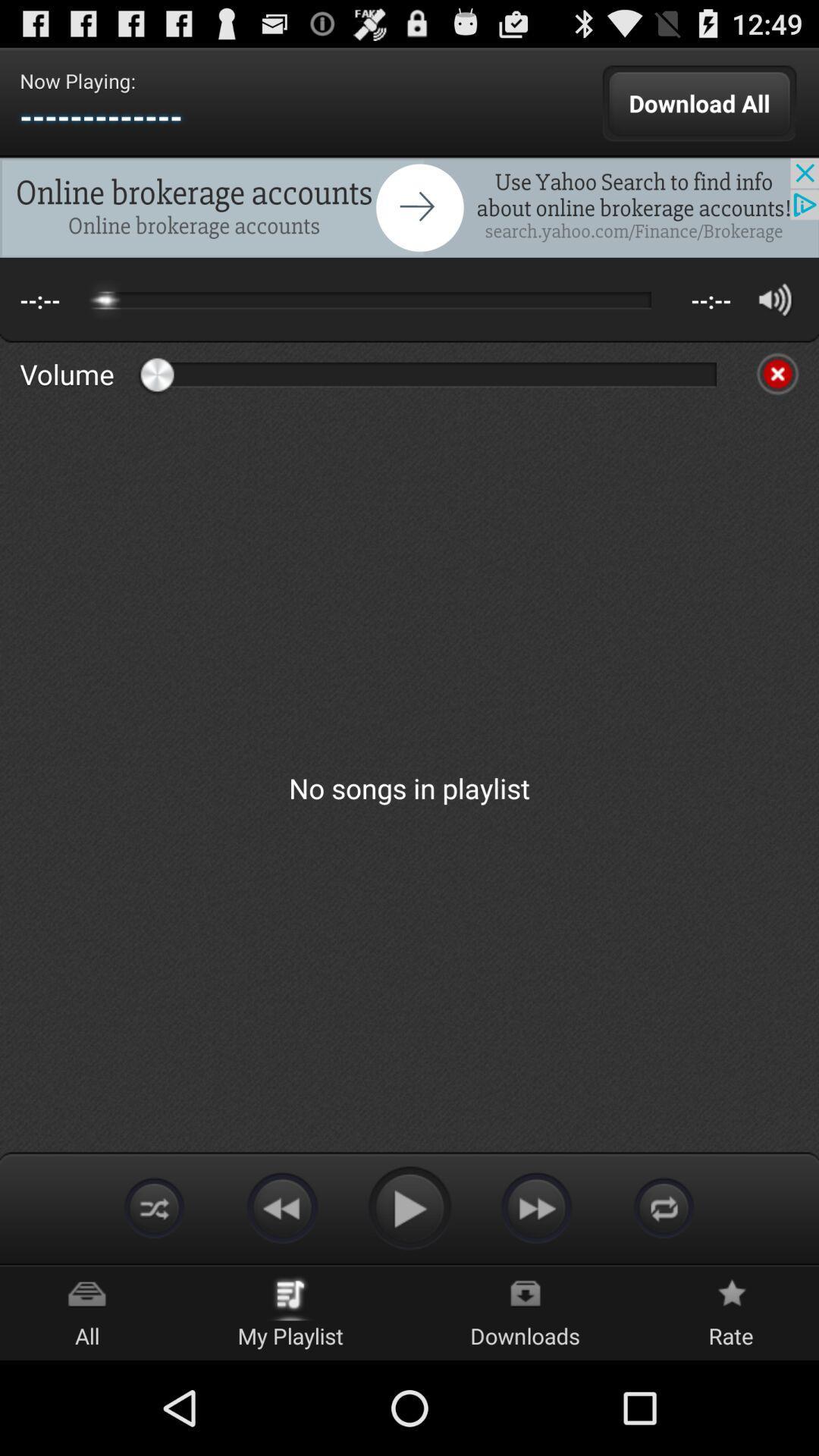  I want to click on the play icon, so click(409, 1291).